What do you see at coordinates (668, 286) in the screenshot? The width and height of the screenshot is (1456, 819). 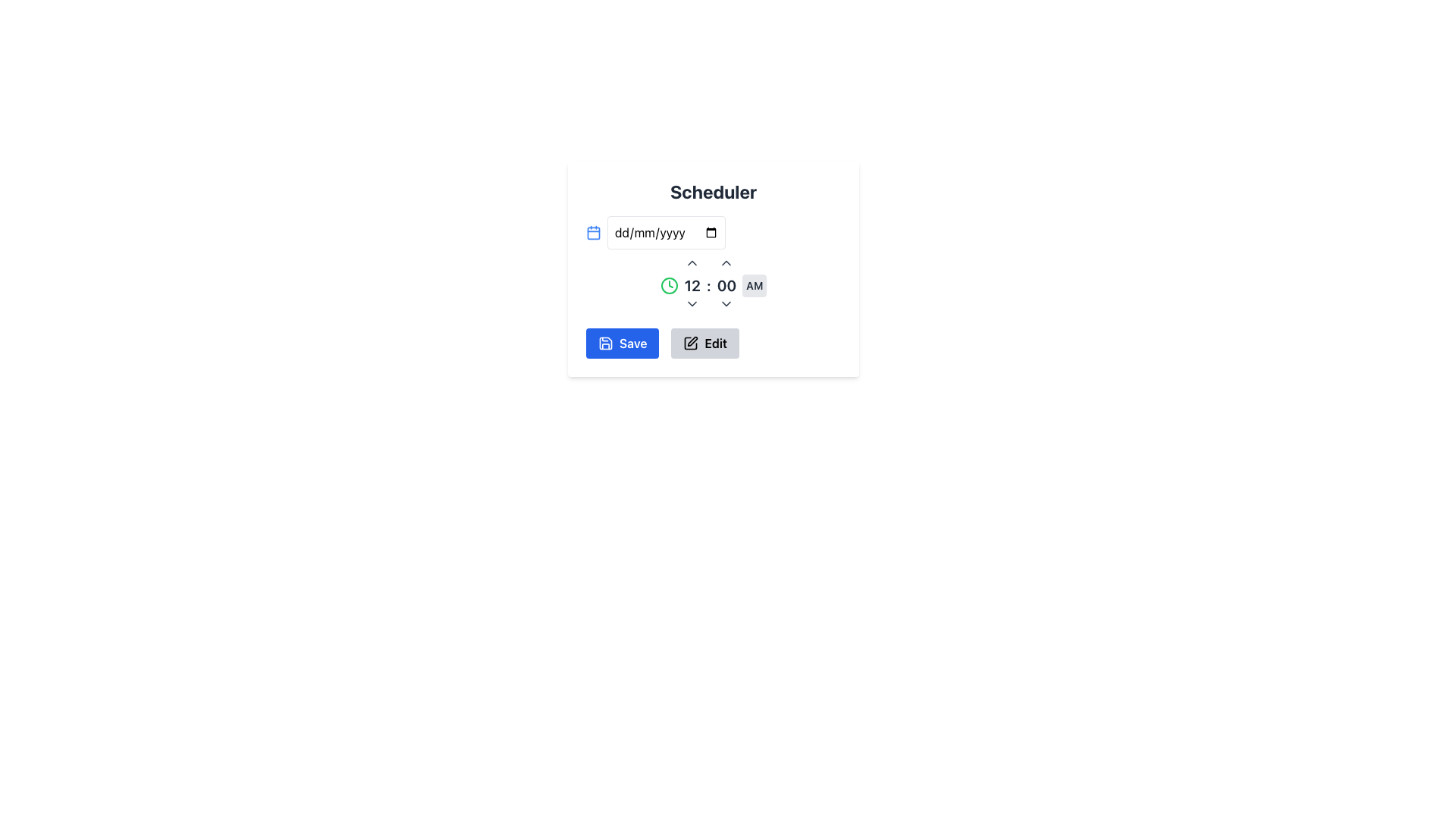 I see `the clock face graphical component that represents the outer boundary of the clock icon, adjacent to the time input field in the scheduler widget` at bounding box center [668, 286].